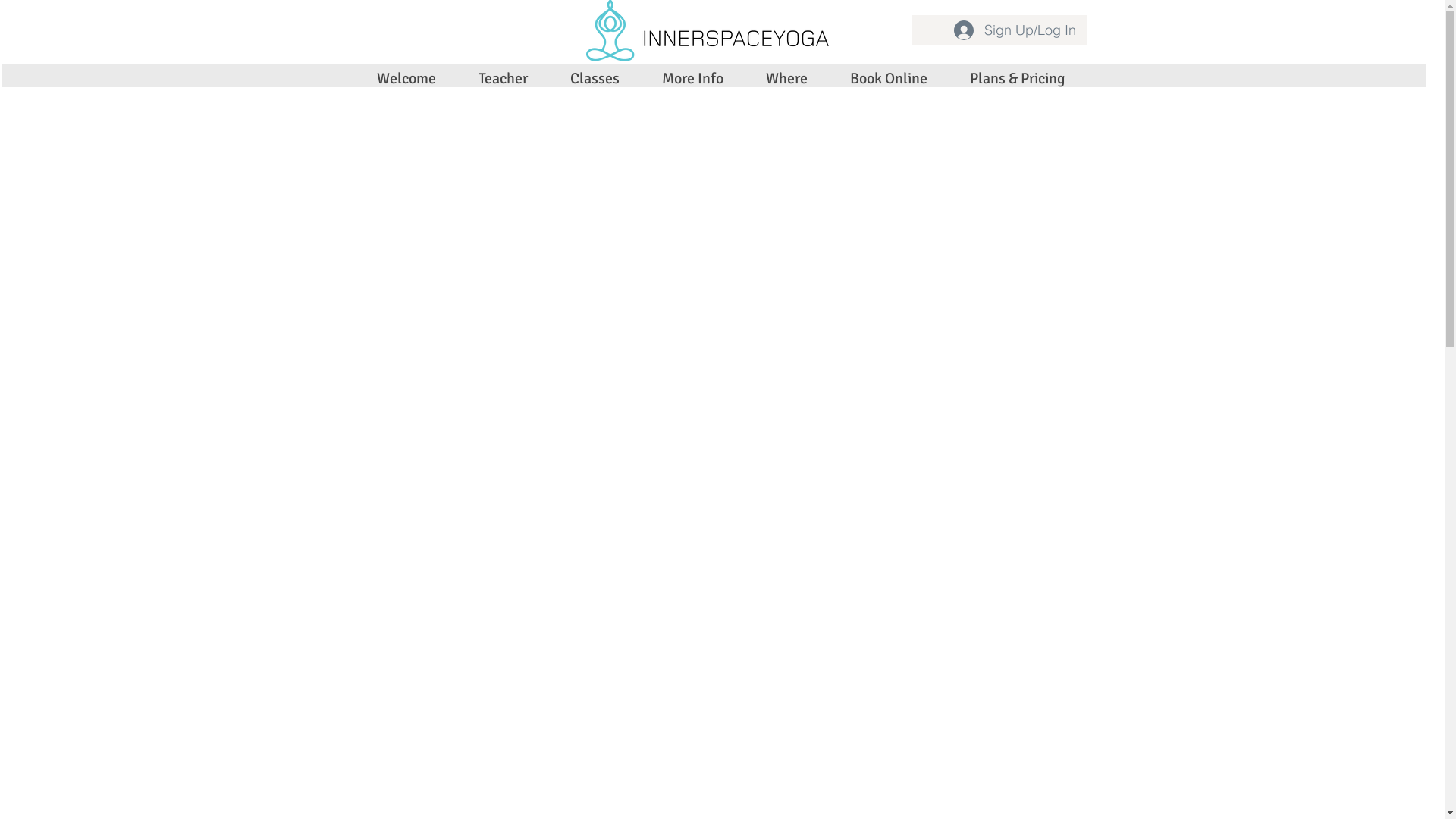  I want to click on 'Plans & Pricing', so click(1016, 79).